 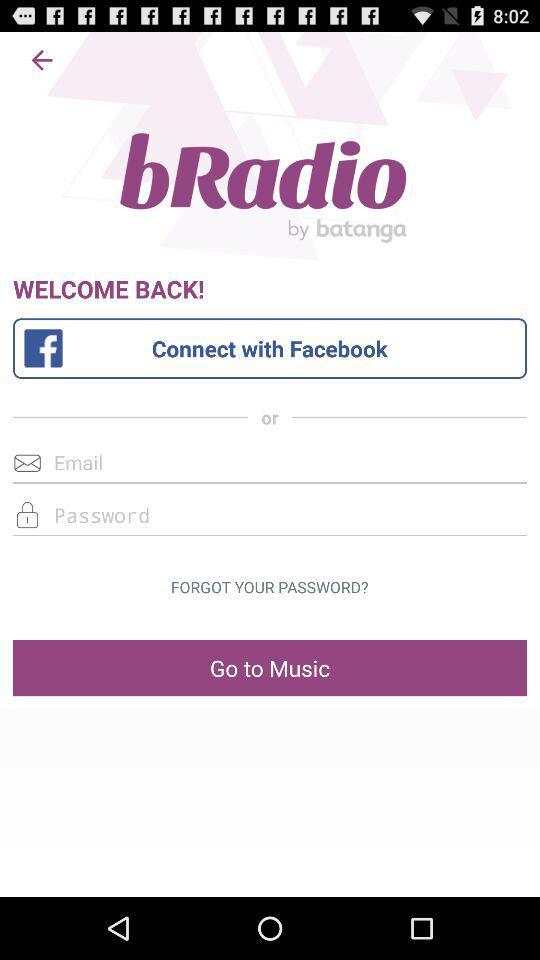 What do you see at coordinates (42, 59) in the screenshot?
I see `button to return to the previous menu` at bounding box center [42, 59].